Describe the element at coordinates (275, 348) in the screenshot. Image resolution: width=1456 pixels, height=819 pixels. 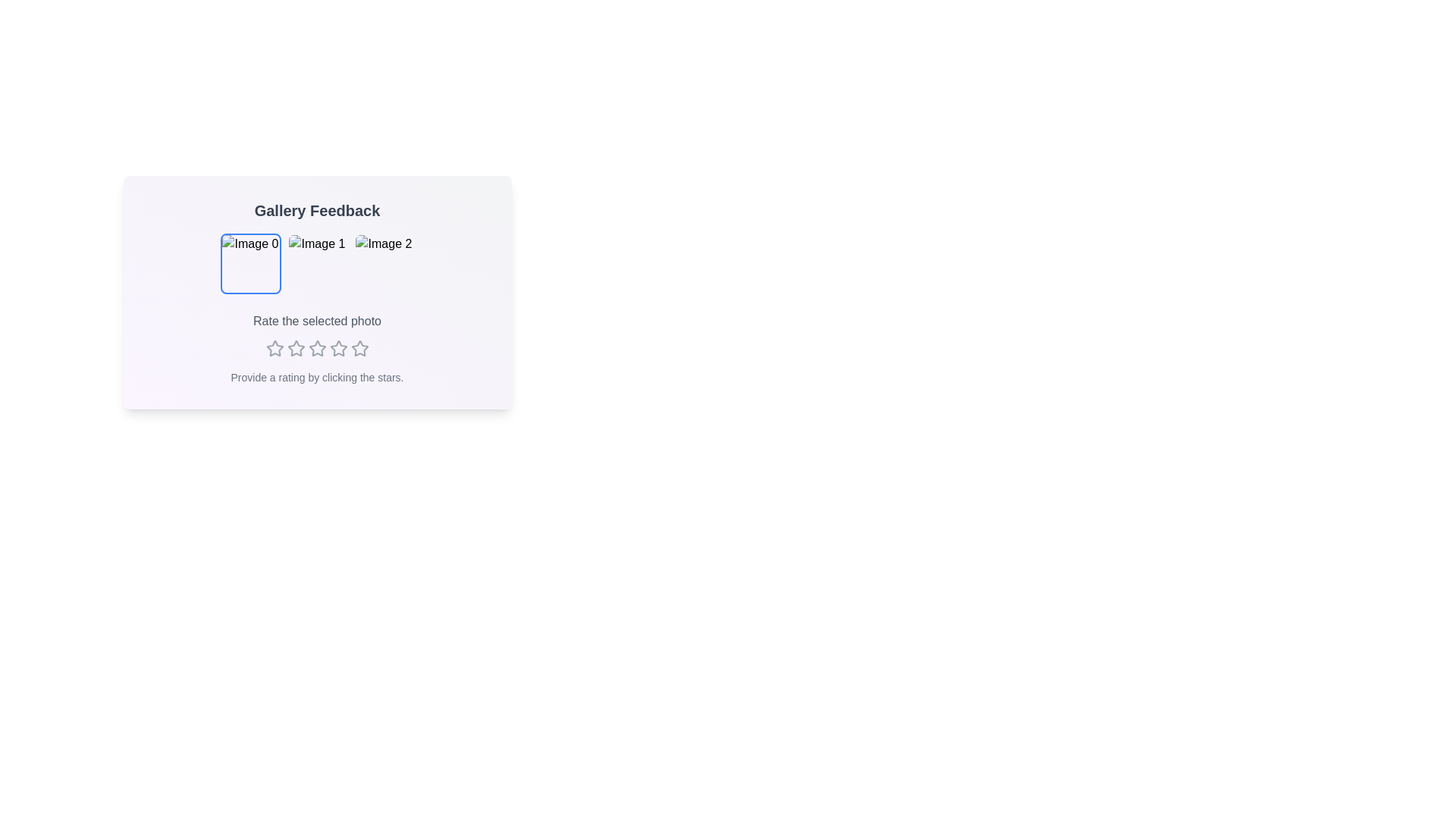
I see `the first interactive star for ratings using keyboard navigation` at that location.